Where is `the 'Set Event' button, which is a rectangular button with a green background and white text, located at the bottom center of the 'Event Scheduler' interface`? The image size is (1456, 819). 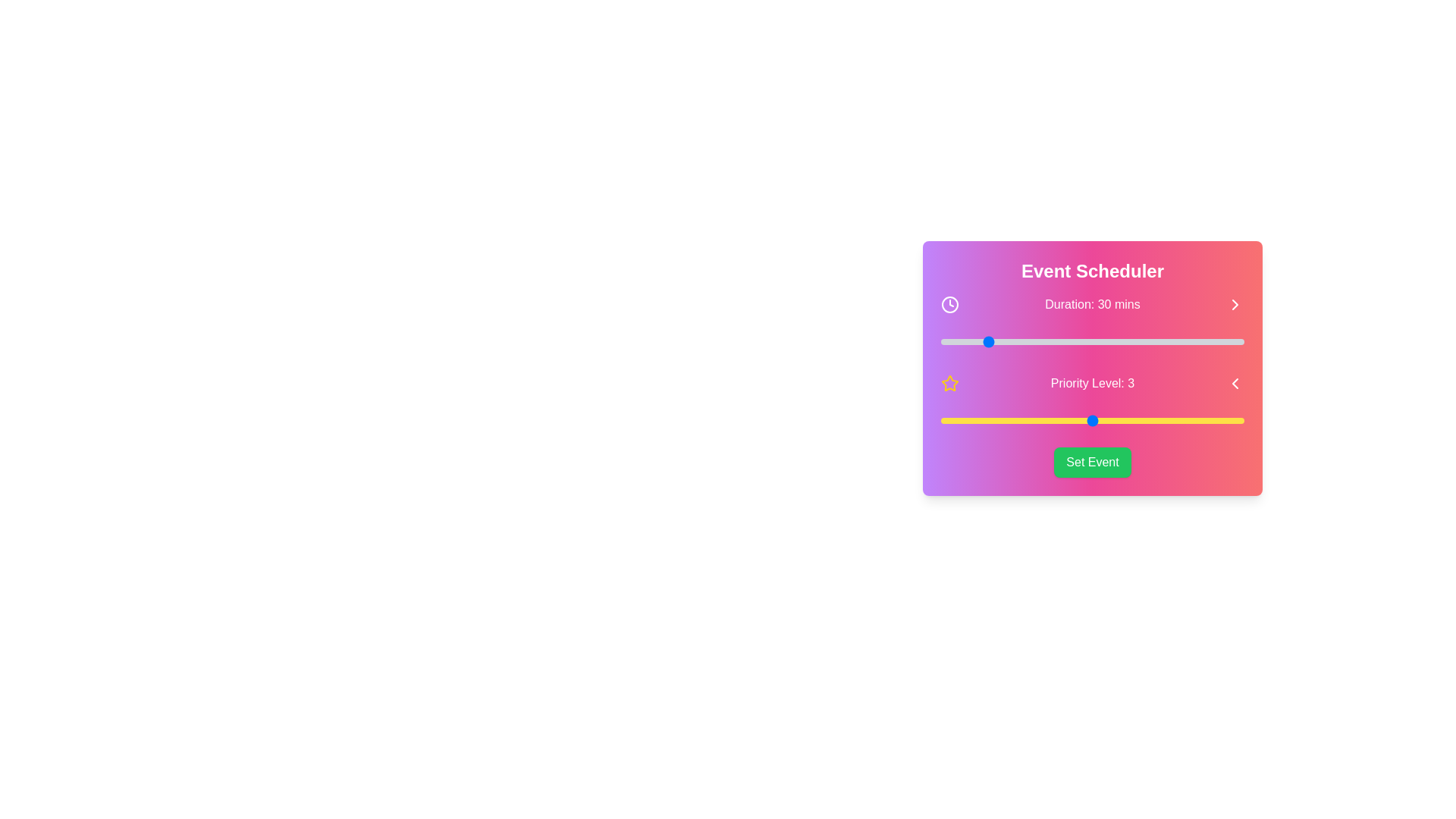
the 'Set Event' button, which is a rectangular button with a green background and white text, located at the bottom center of the 'Event Scheduler' interface is located at coordinates (1092, 461).